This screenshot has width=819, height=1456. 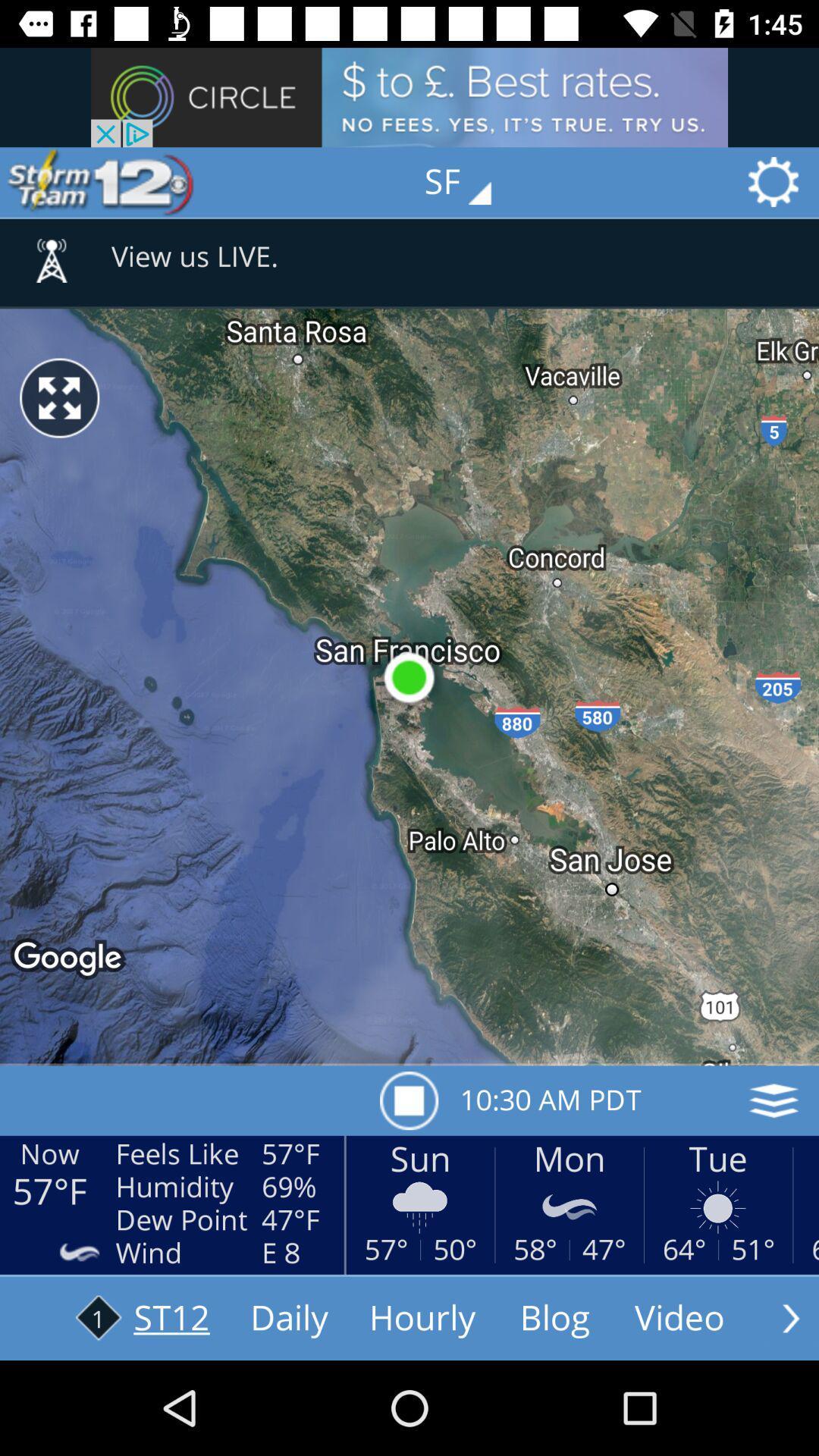 I want to click on the text which is to the first left of settings symbol, so click(x=468, y=182).